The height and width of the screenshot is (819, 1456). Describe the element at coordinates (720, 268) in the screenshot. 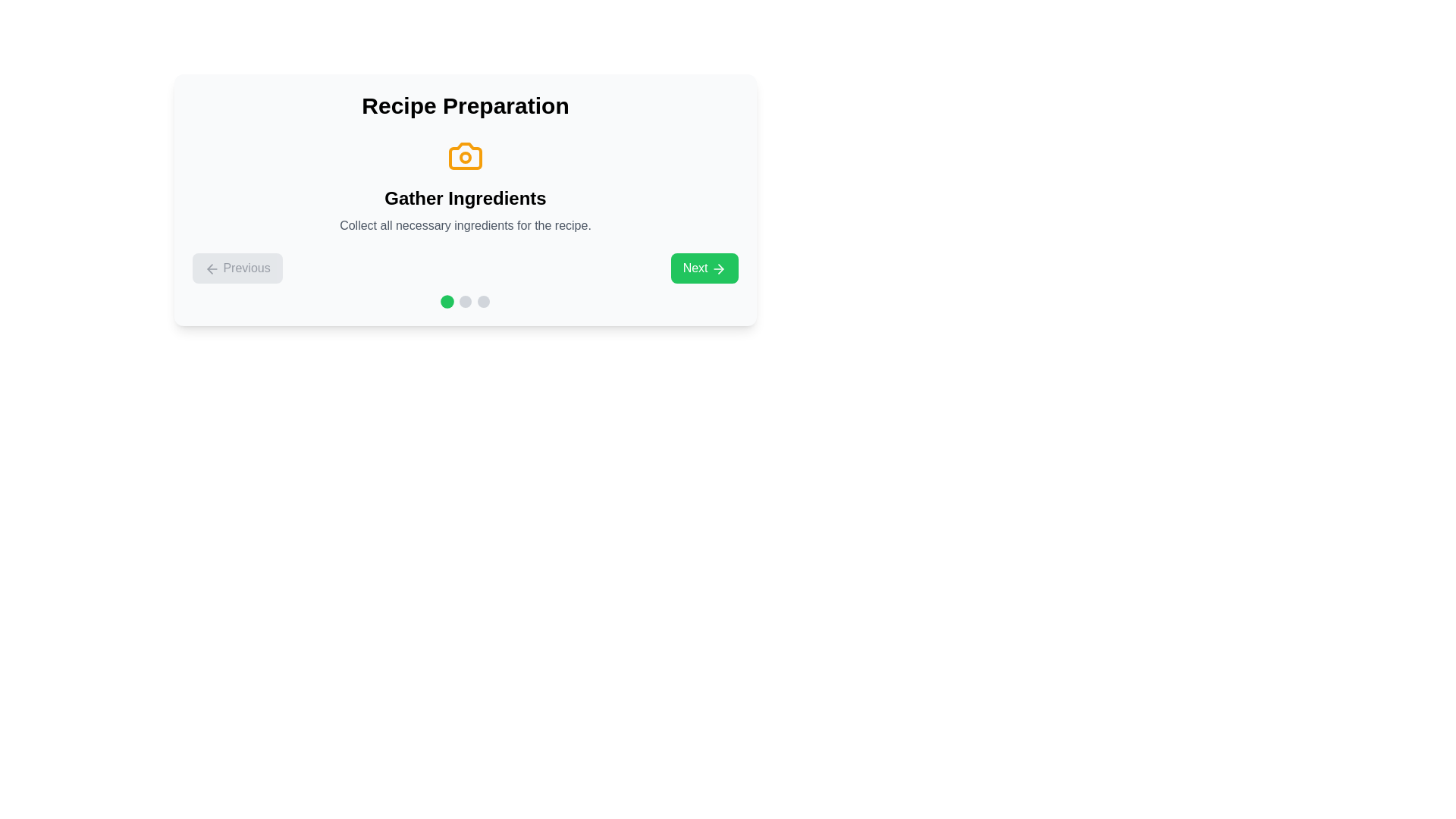

I see `the rightward-pointing arrow icon within the green 'Next' button` at that location.